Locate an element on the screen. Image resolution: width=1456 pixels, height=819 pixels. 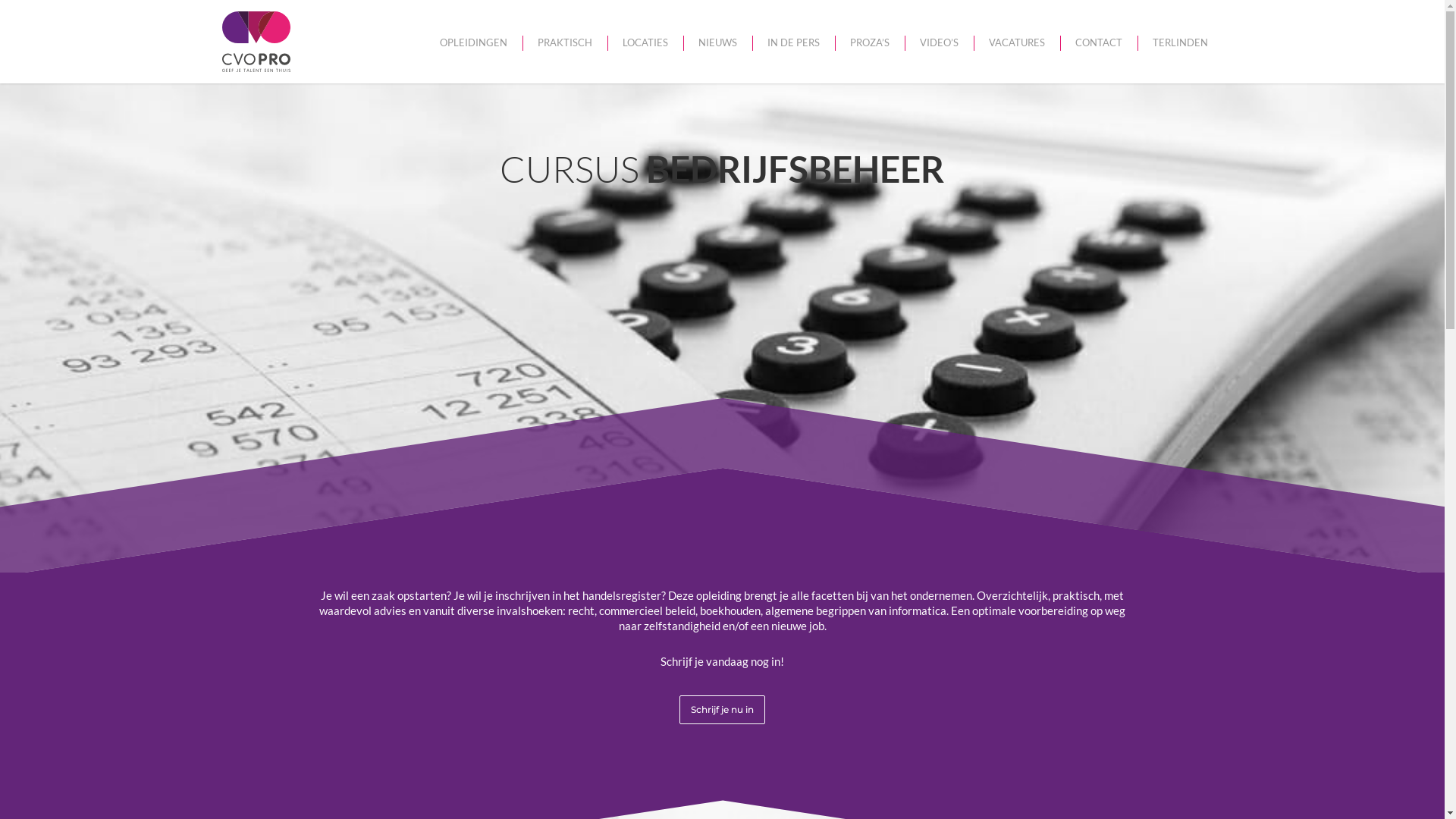
'CONTACT' is located at coordinates (1099, 40).